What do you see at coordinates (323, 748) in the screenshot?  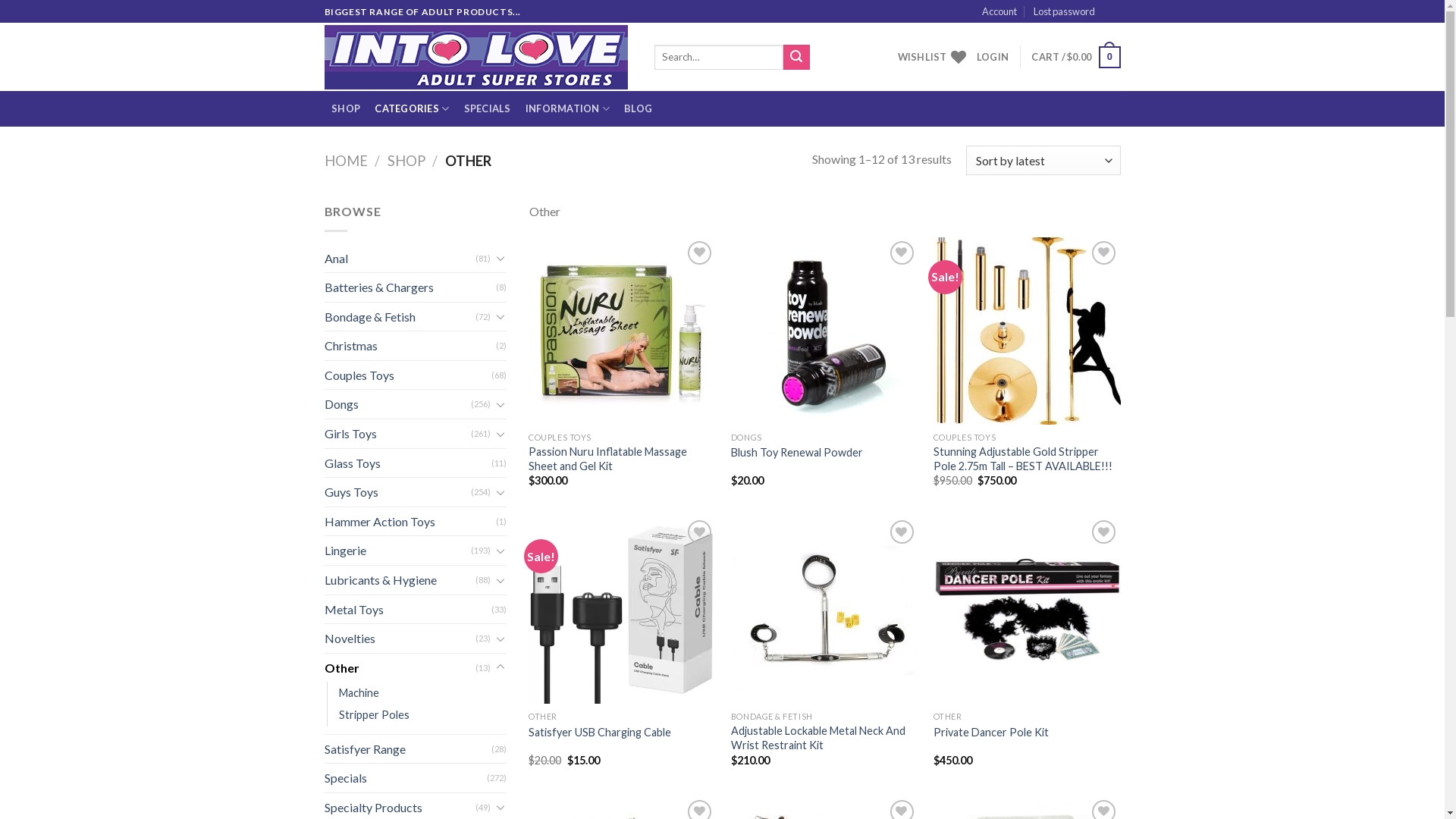 I see `'Satisfyer Range'` at bounding box center [323, 748].